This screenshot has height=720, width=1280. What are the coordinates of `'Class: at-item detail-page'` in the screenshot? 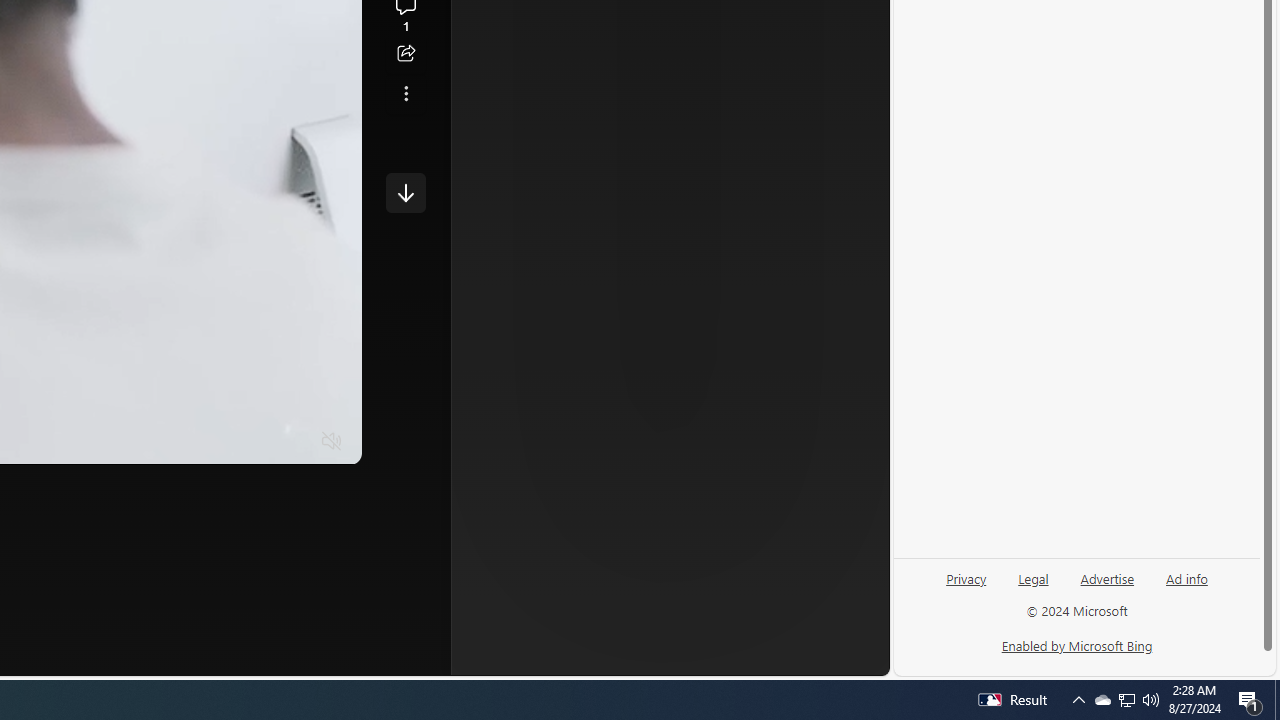 It's located at (405, 93).